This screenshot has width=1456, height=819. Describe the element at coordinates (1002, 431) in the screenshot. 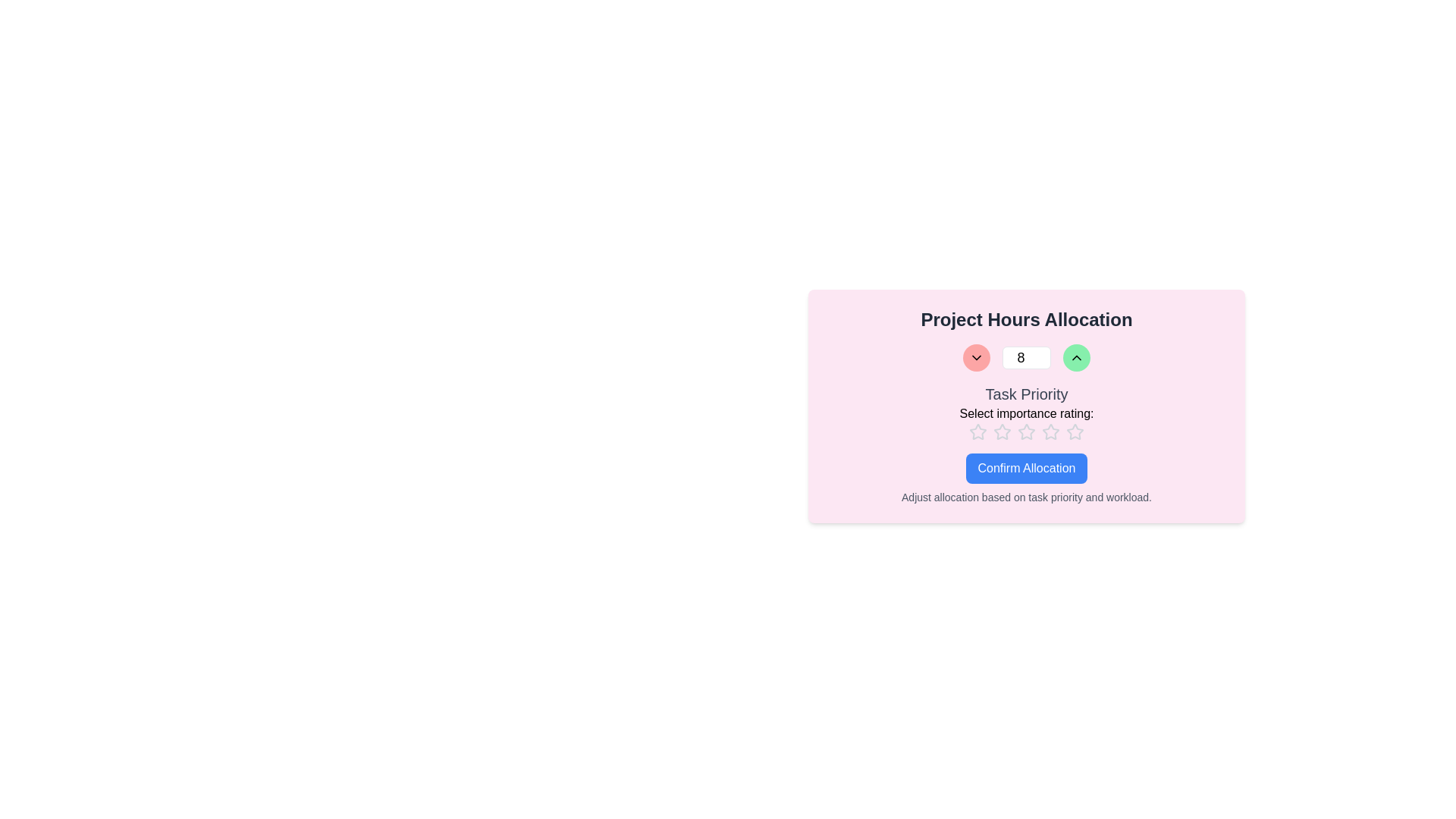

I see `the first star icon, which is outlined and used for rating` at that location.